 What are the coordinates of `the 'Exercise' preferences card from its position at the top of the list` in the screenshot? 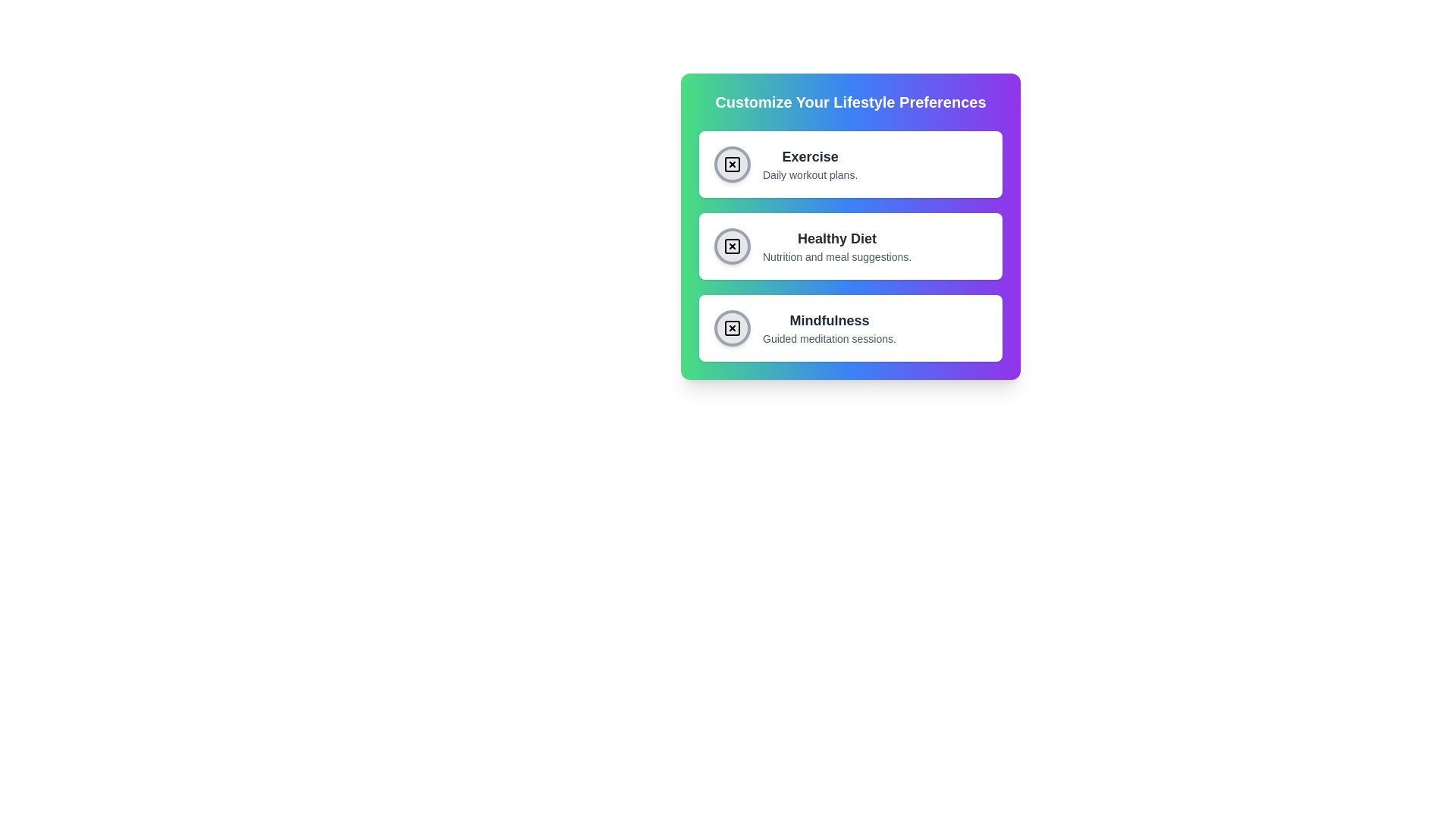 It's located at (851, 164).